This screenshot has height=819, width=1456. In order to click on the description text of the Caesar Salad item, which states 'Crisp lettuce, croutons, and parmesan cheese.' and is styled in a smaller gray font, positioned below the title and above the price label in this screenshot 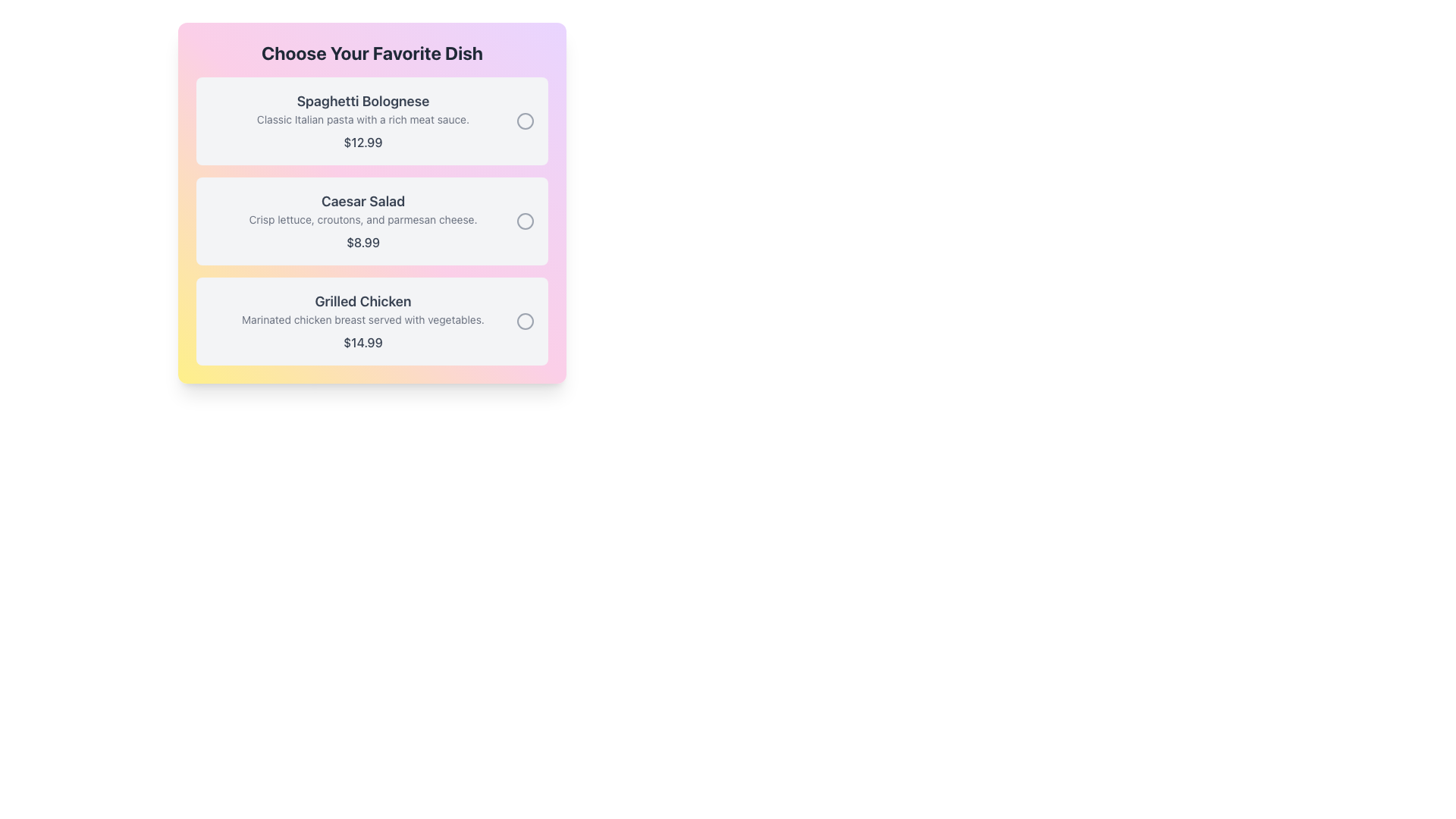, I will do `click(362, 219)`.